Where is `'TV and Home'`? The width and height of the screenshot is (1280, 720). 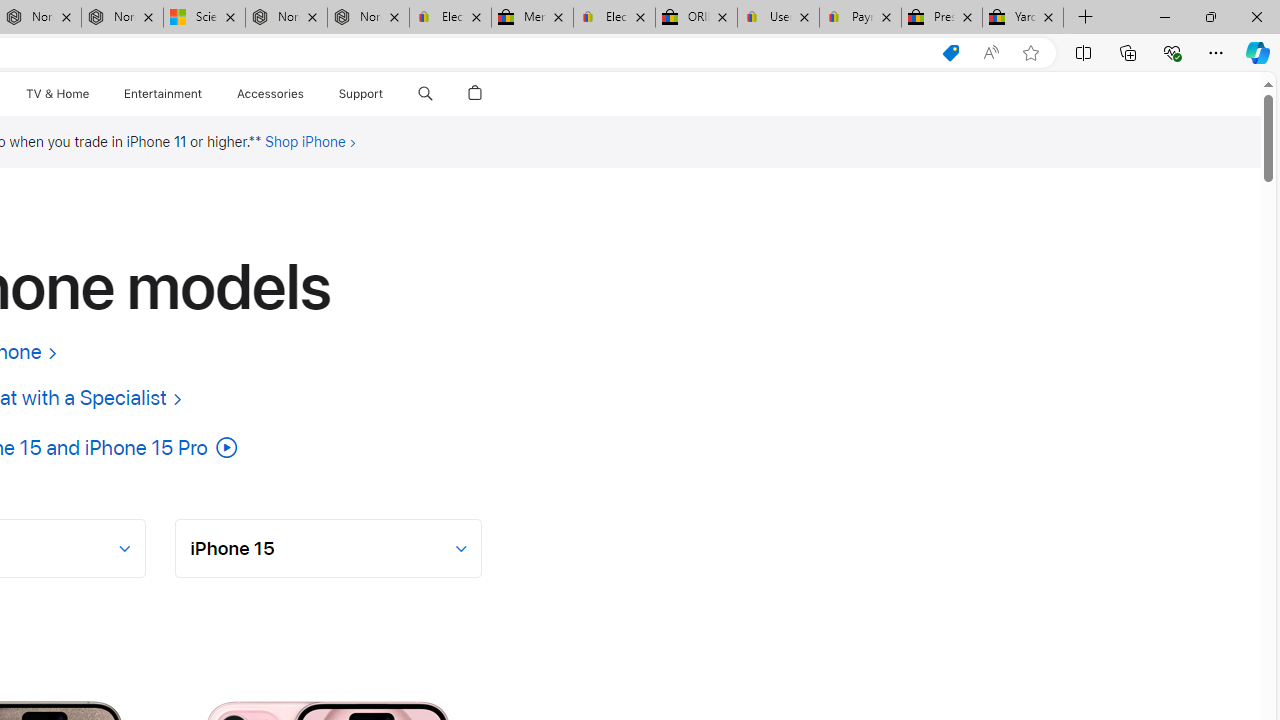 'TV and Home' is located at coordinates (56, 93).